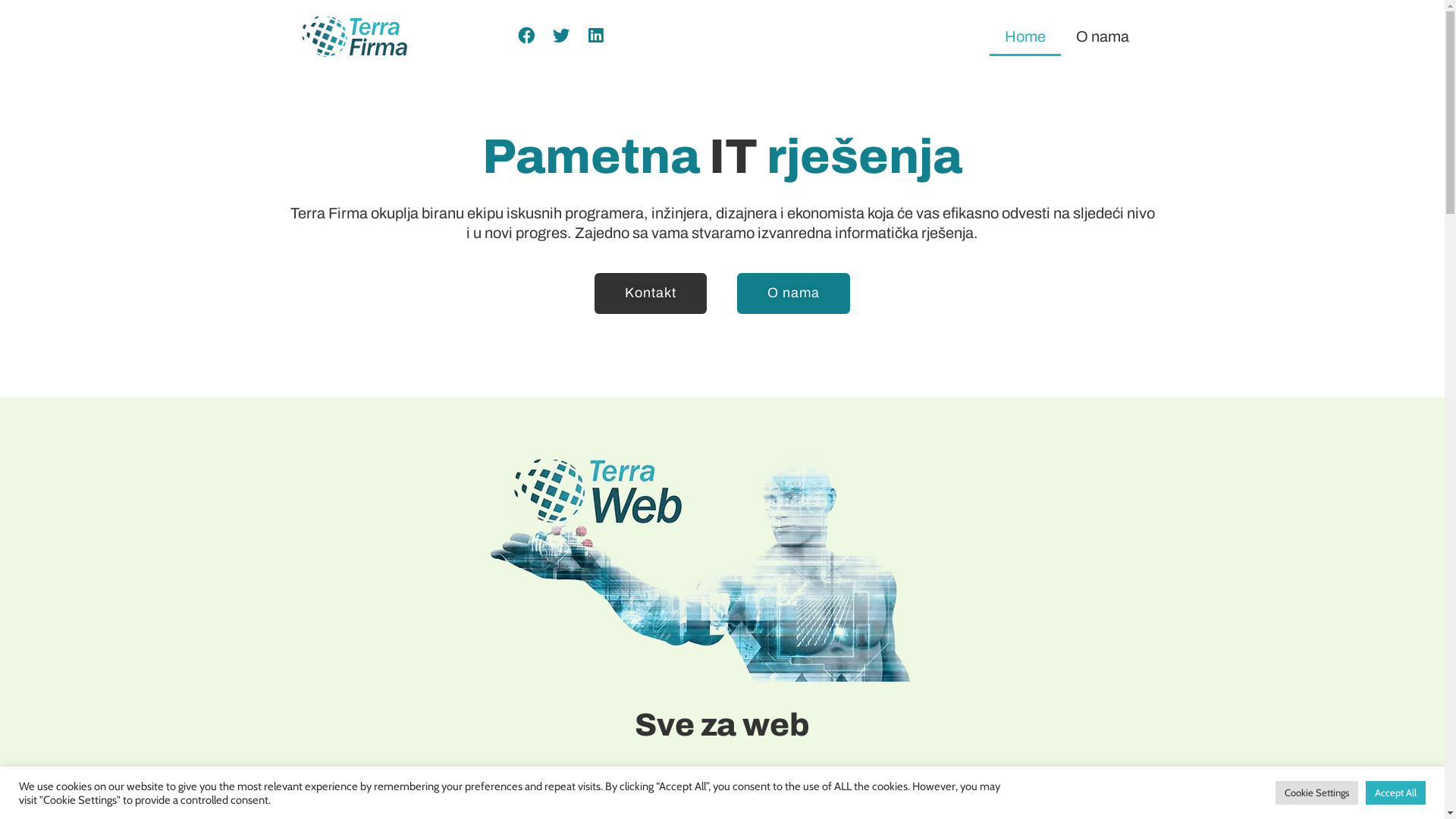 This screenshot has height=819, width=1456. I want to click on 'O nama', so click(1103, 35).